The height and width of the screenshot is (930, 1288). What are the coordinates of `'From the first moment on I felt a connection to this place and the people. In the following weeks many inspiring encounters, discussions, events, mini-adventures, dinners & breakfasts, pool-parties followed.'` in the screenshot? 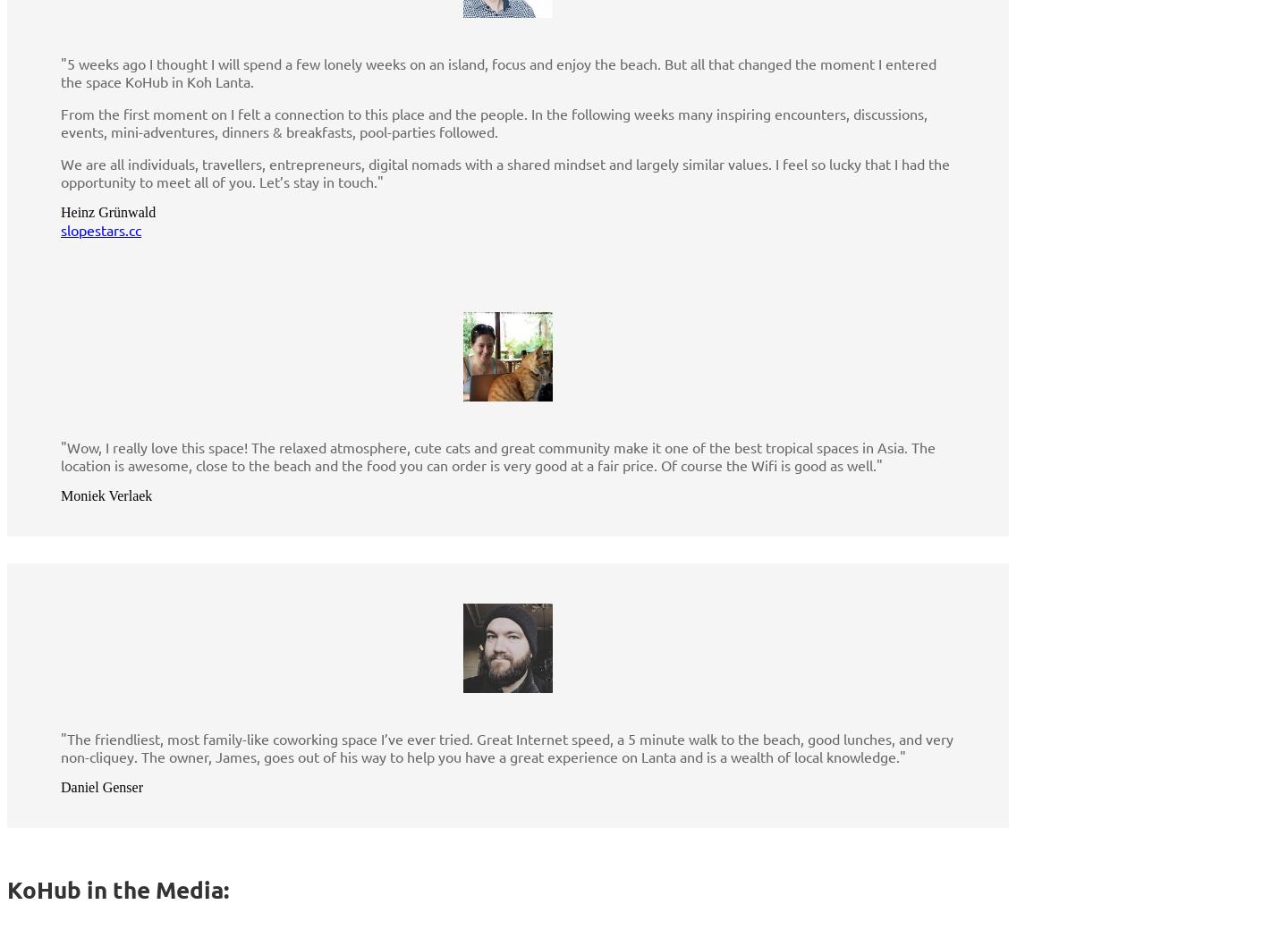 It's located at (494, 122).